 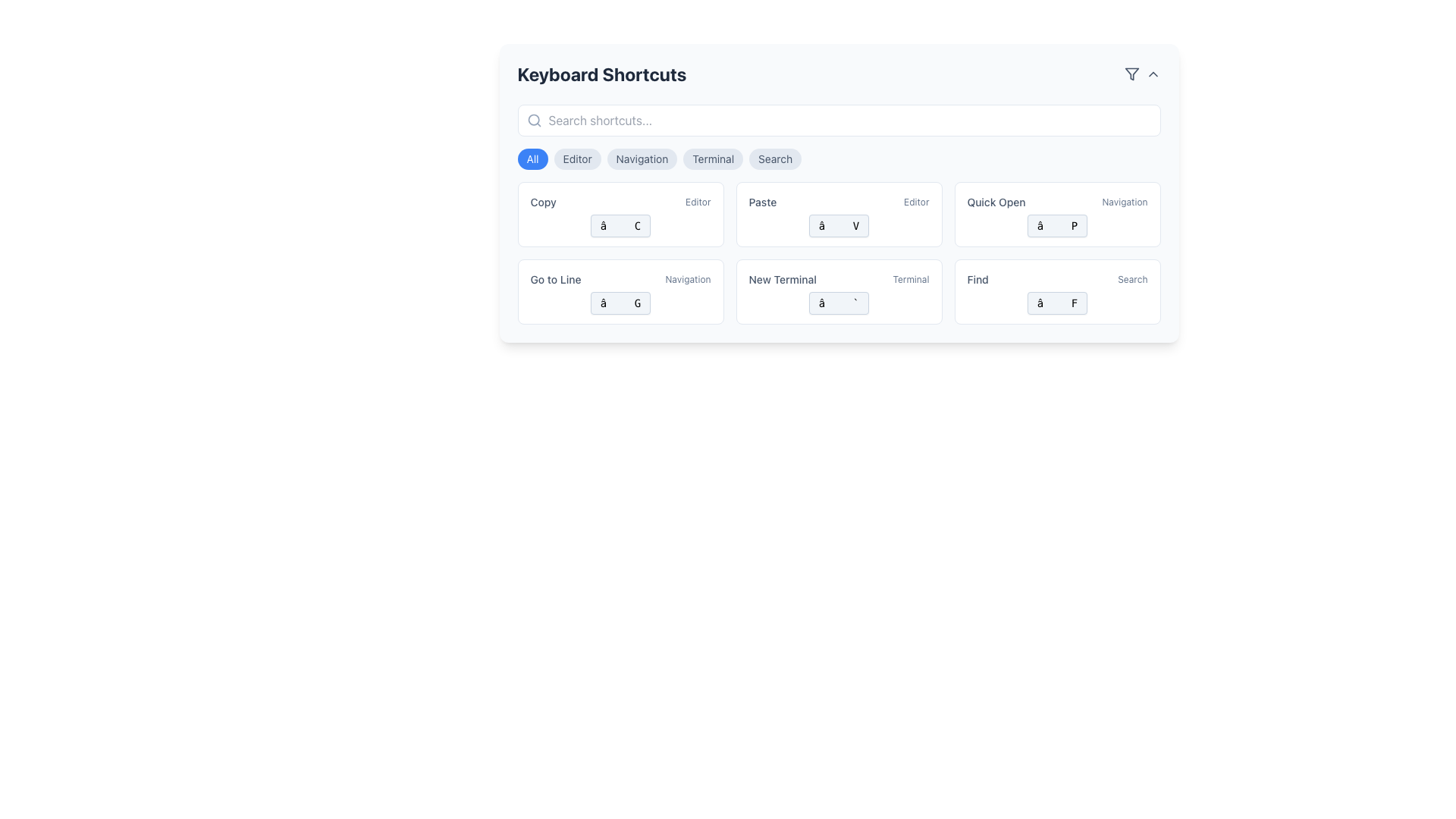 What do you see at coordinates (1142, 74) in the screenshot?
I see `the Composite Button with Icon elements located in the top-right corner of the interface, which includes a filter symbol and a downward-facing chevron icon` at bounding box center [1142, 74].